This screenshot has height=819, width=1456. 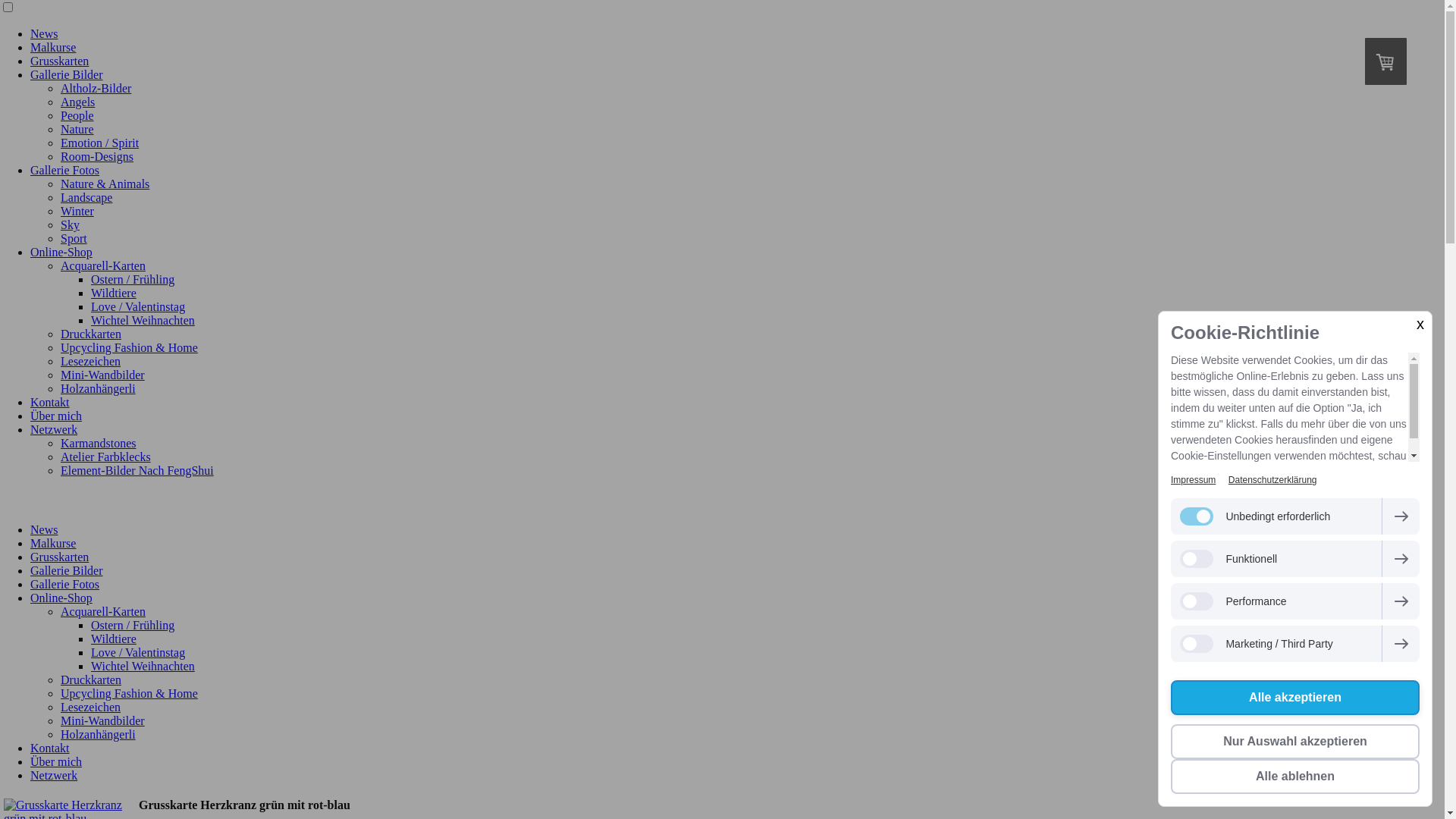 I want to click on 'People', so click(x=76, y=115).